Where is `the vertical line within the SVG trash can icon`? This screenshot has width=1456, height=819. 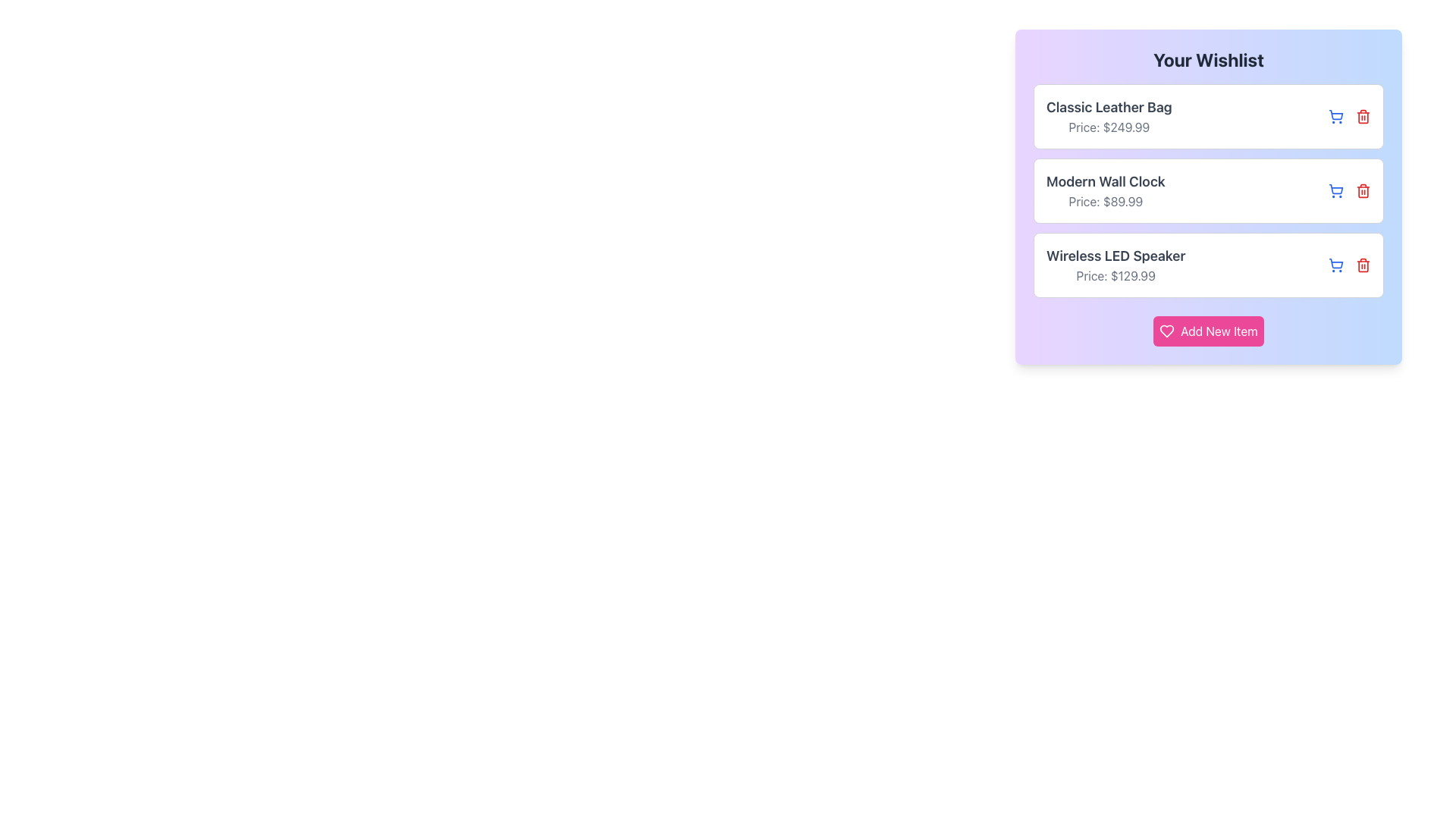 the vertical line within the SVG trash can icon is located at coordinates (1363, 191).